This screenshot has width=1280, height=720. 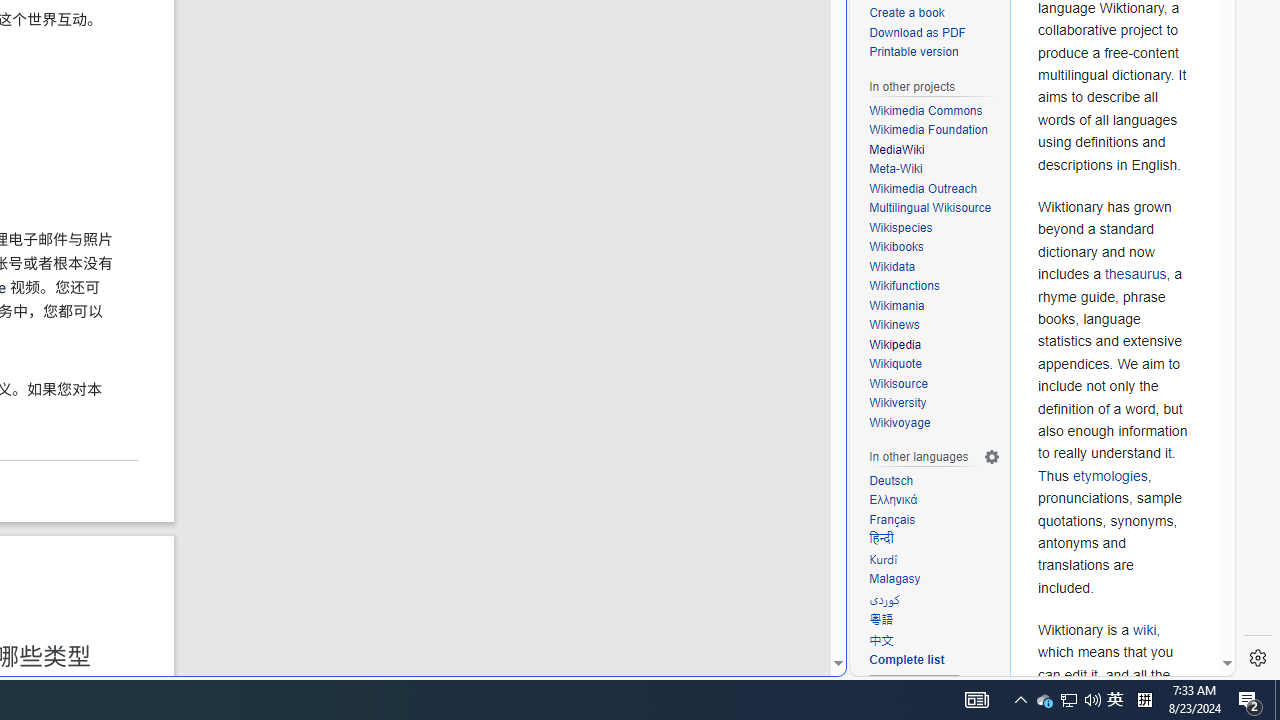 I want to click on 'Wikidata', so click(x=934, y=266).